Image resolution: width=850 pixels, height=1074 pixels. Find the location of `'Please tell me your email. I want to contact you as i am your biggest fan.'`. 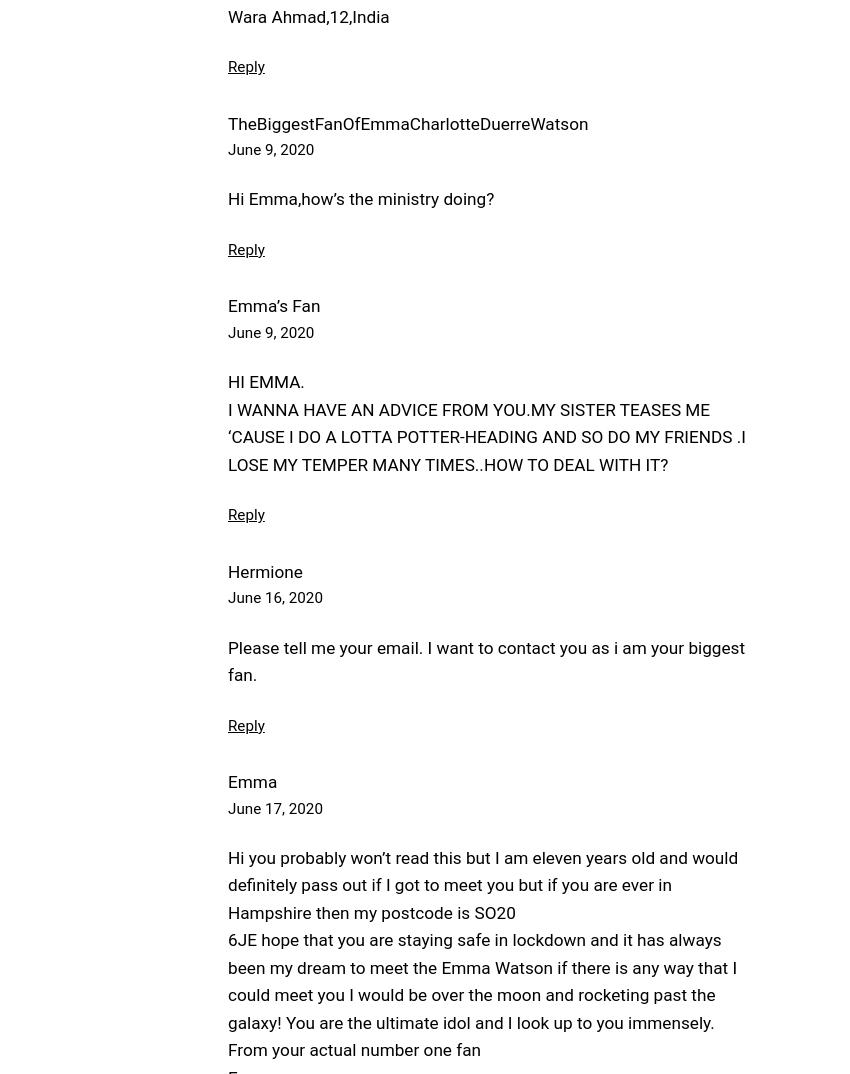

'Please tell me your email. I want to contact you as i am your biggest fan.' is located at coordinates (227, 660).